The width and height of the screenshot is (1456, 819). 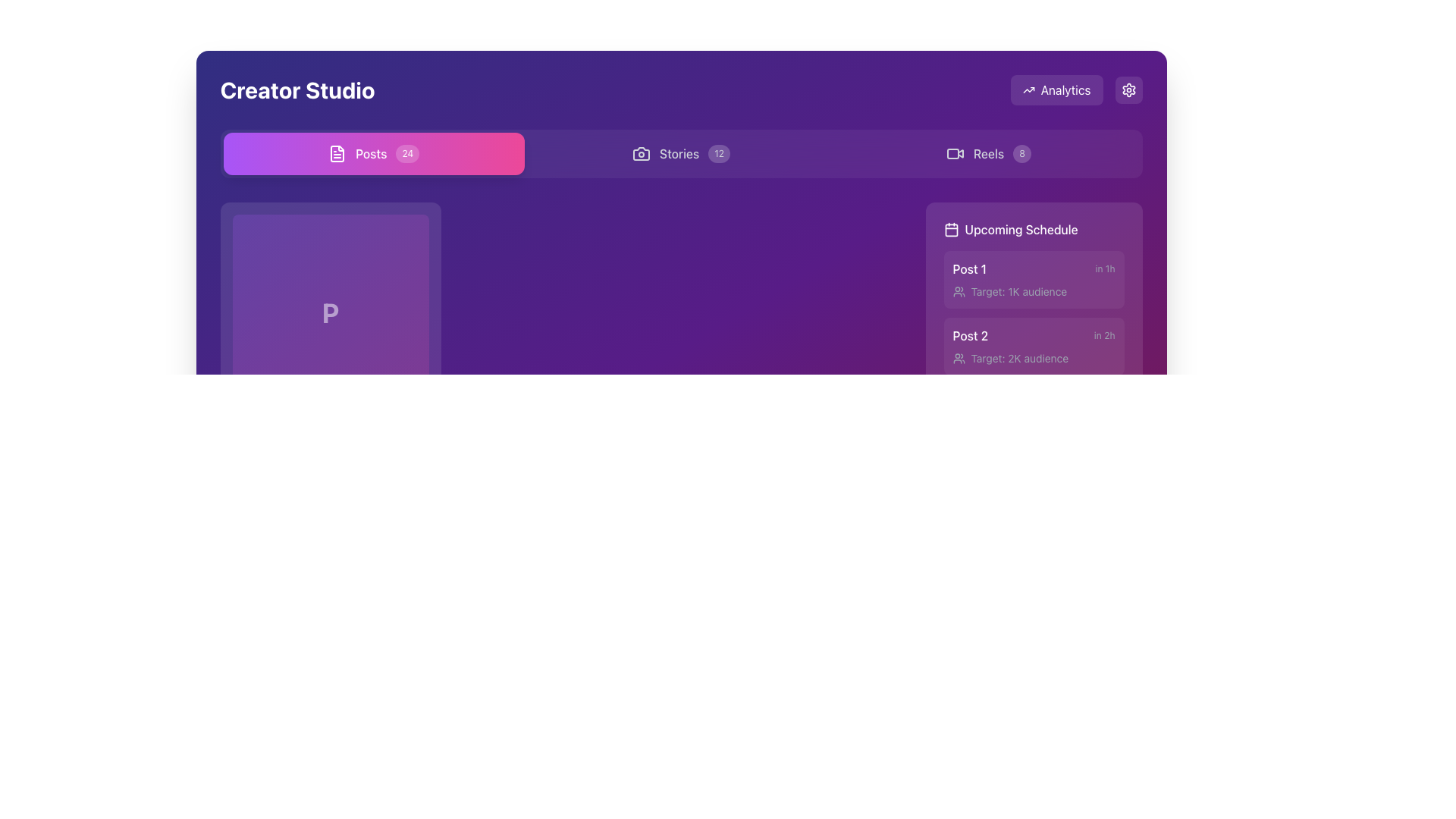 What do you see at coordinates (1022, 154) in the screenshot?
I see `number displayed on the notification badge located to the immediate right of the 'Reels' text in the top navigation bar` at bounding box center [1022, 154].